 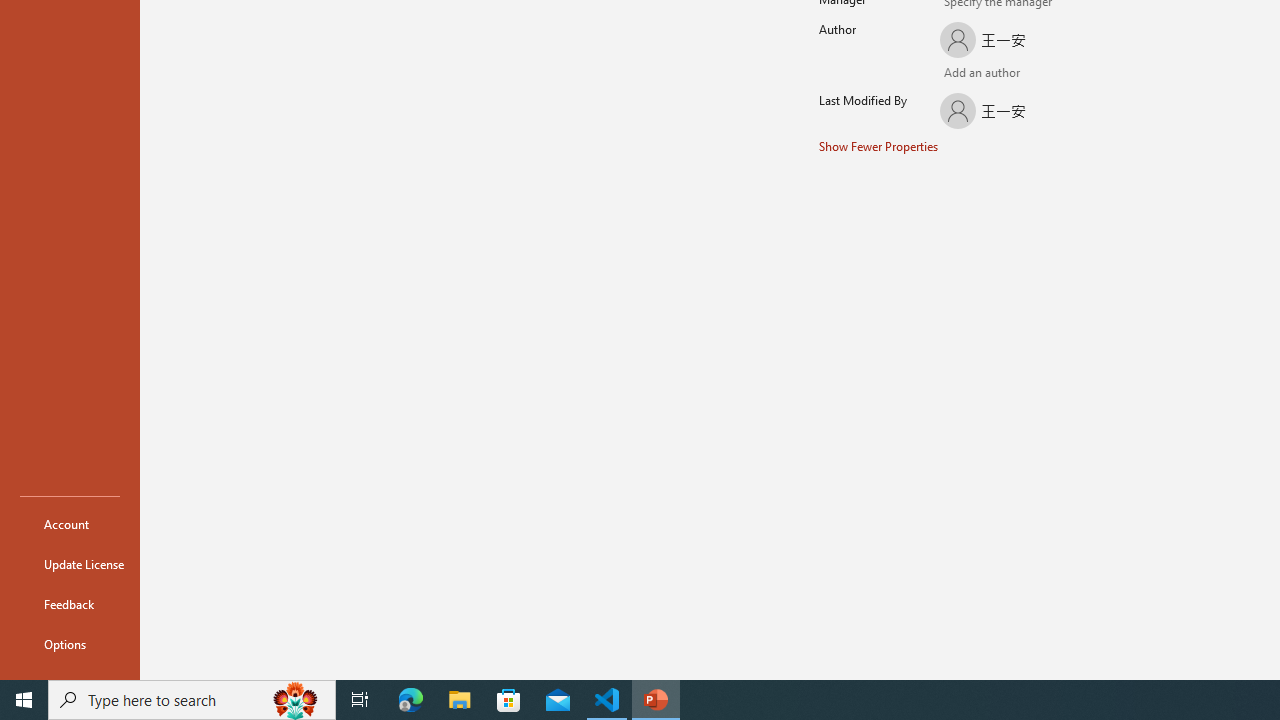 I want to click on 'Feedback', so click(x=69, y=603).